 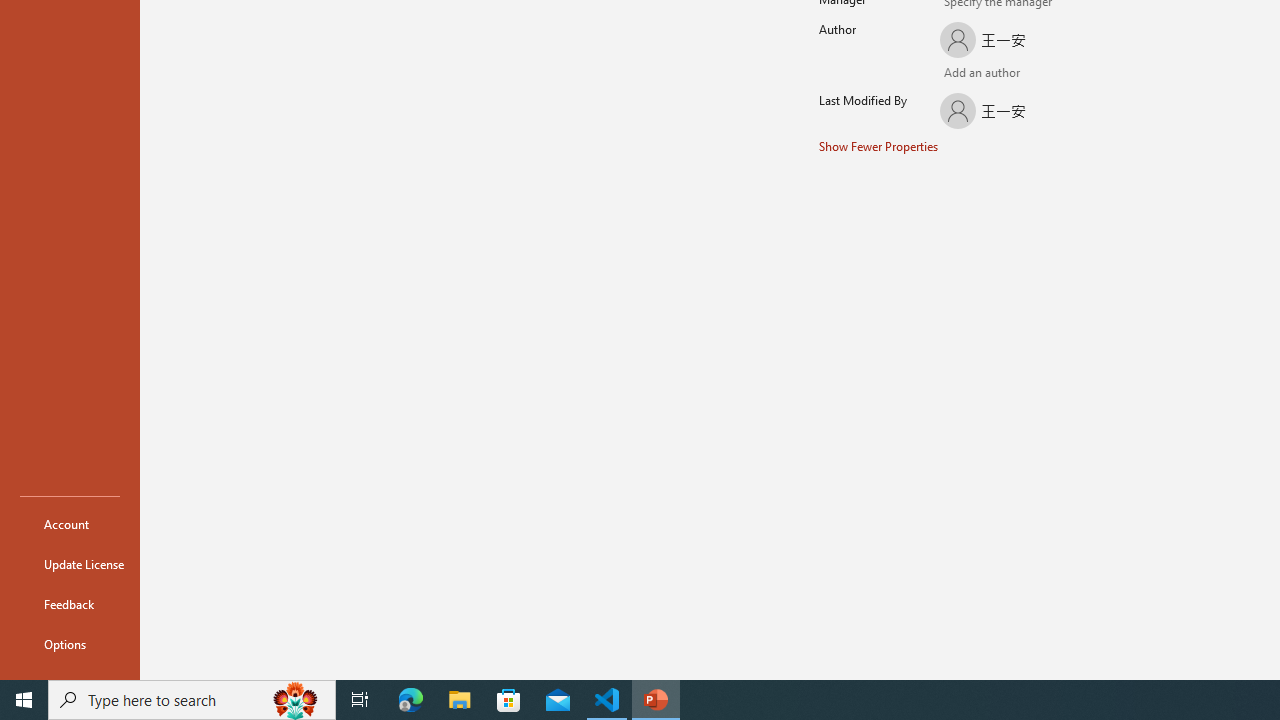 I want to click on 'Feedback', so click(x=69, y=603).